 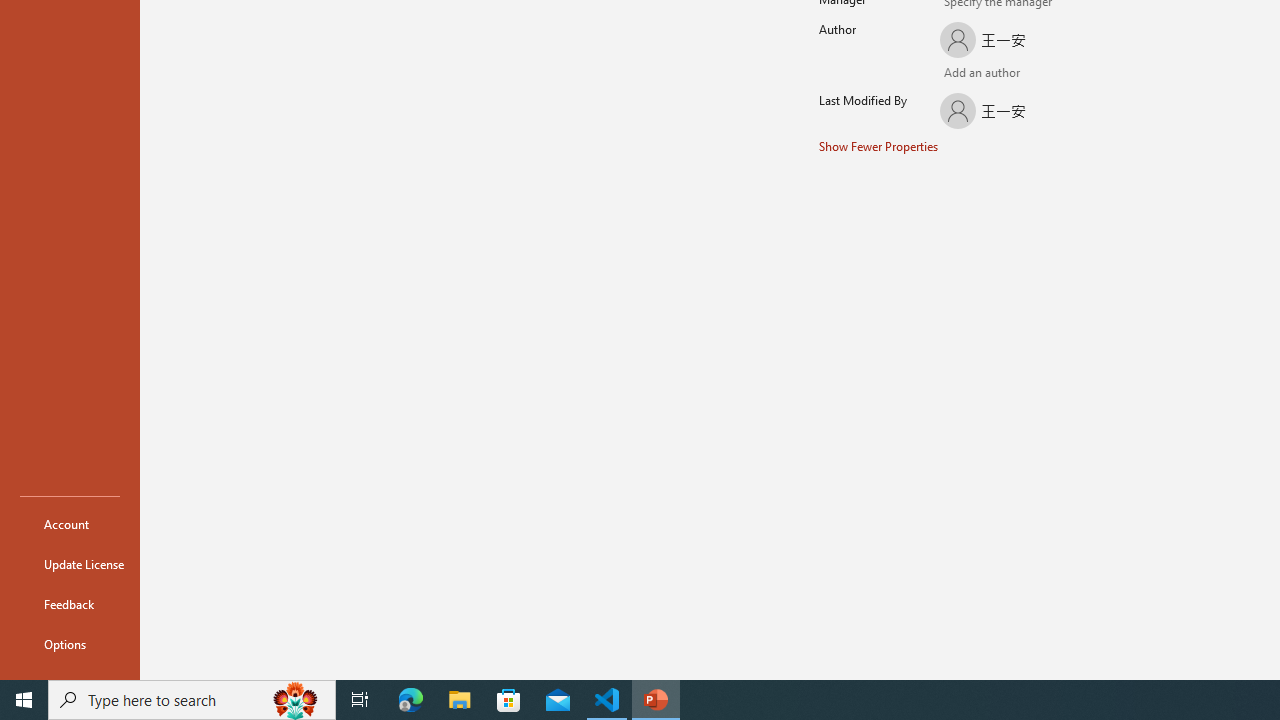 I want to click on 'Feedback', so click(x=69, y=603).